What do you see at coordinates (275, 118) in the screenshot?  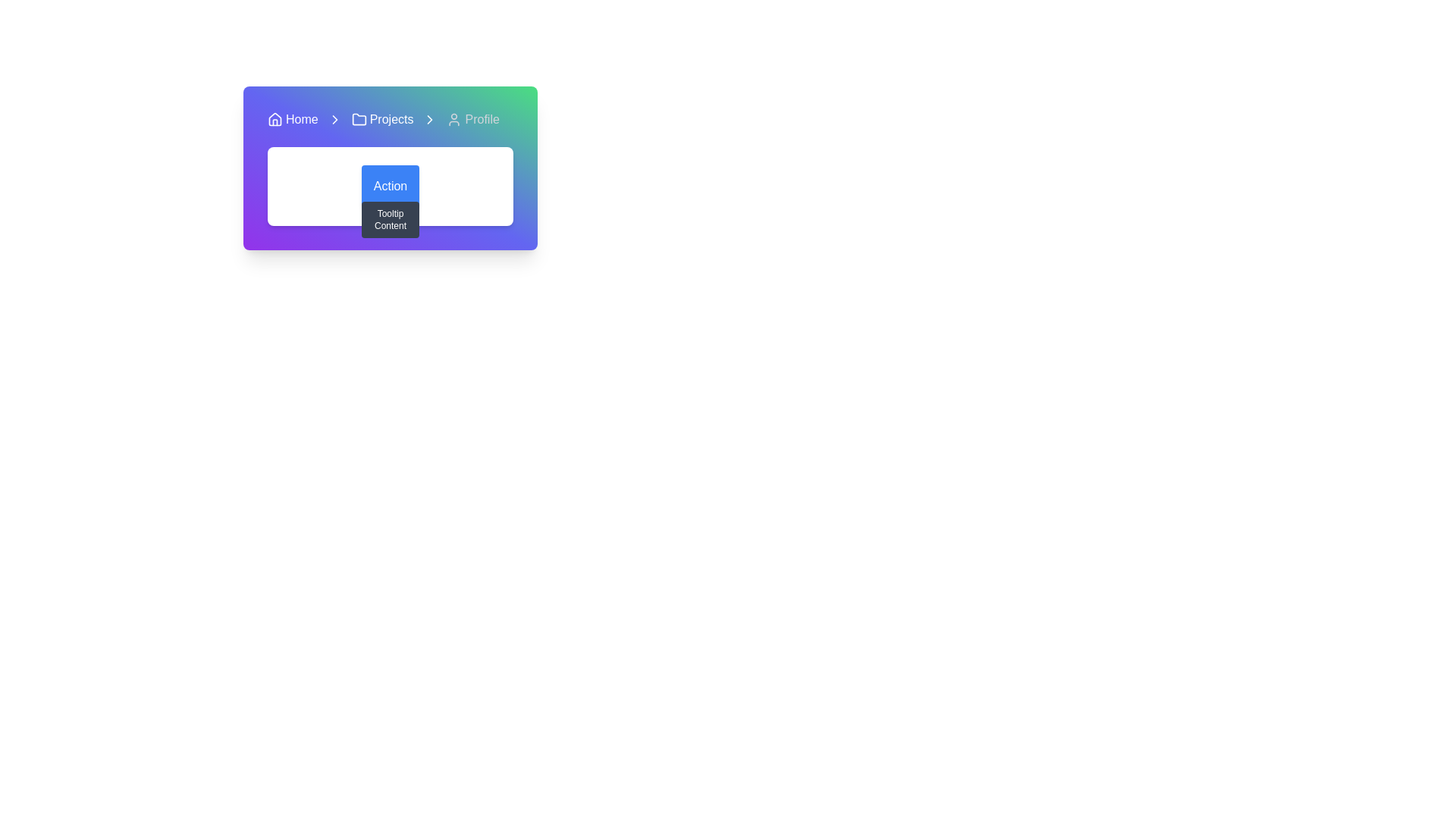 I see `the house icon in the top left section of the navigation bar` at bounding box center [275, 118].